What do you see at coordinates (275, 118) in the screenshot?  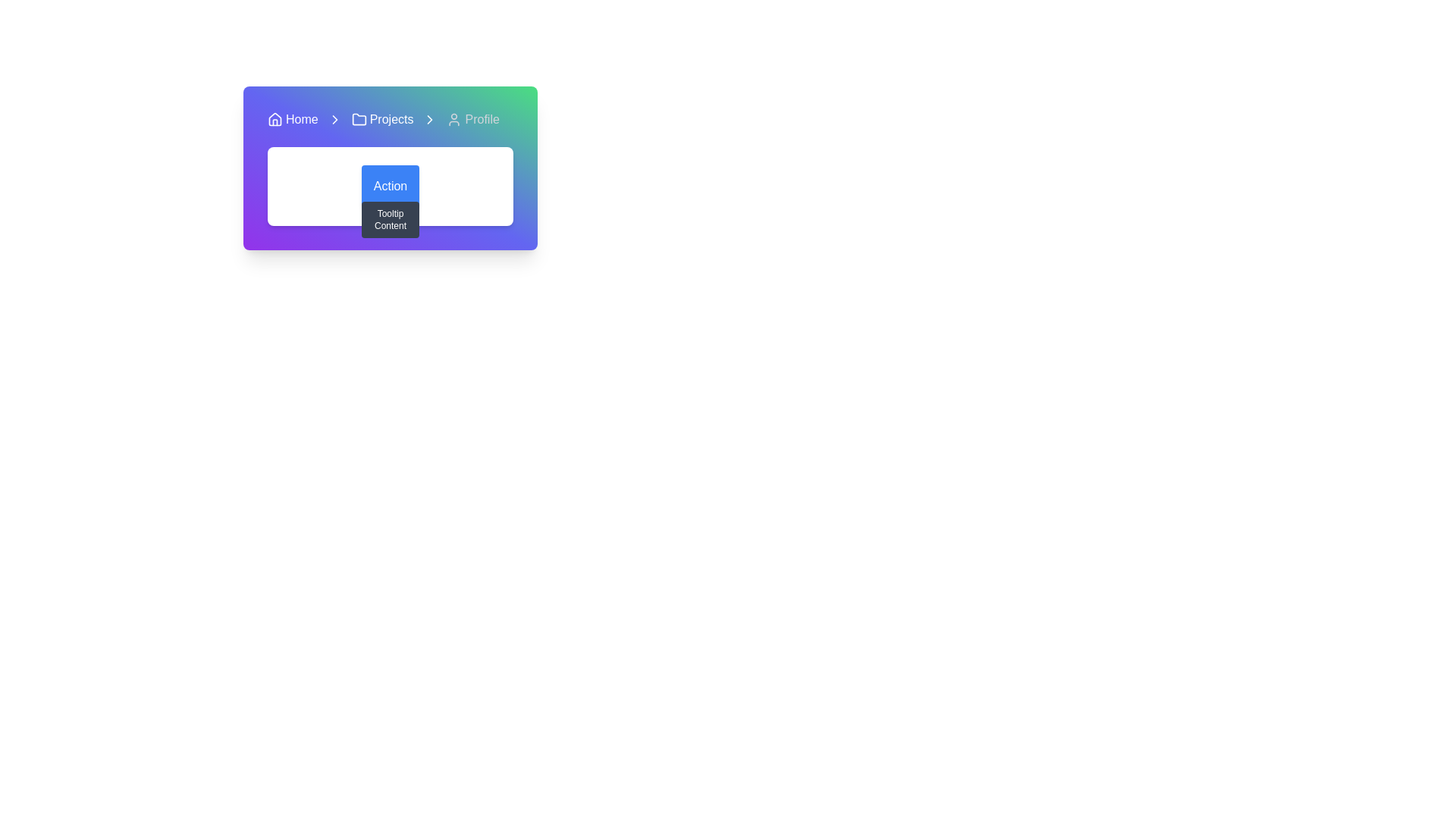 I see `the house icon in the top left section of the navigation bar` at bounding box center [275, 118].